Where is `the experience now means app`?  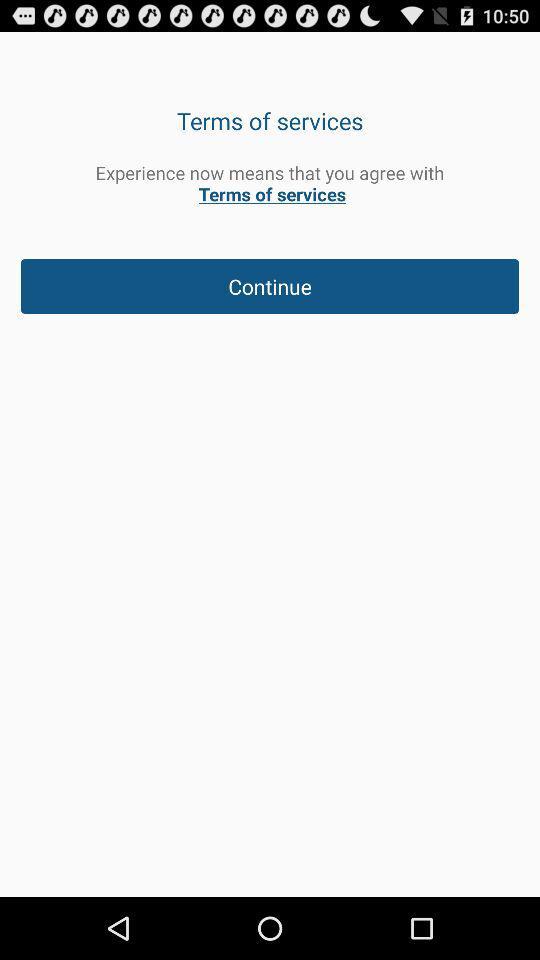
the experience now means app is located at coordinates (270, 183).